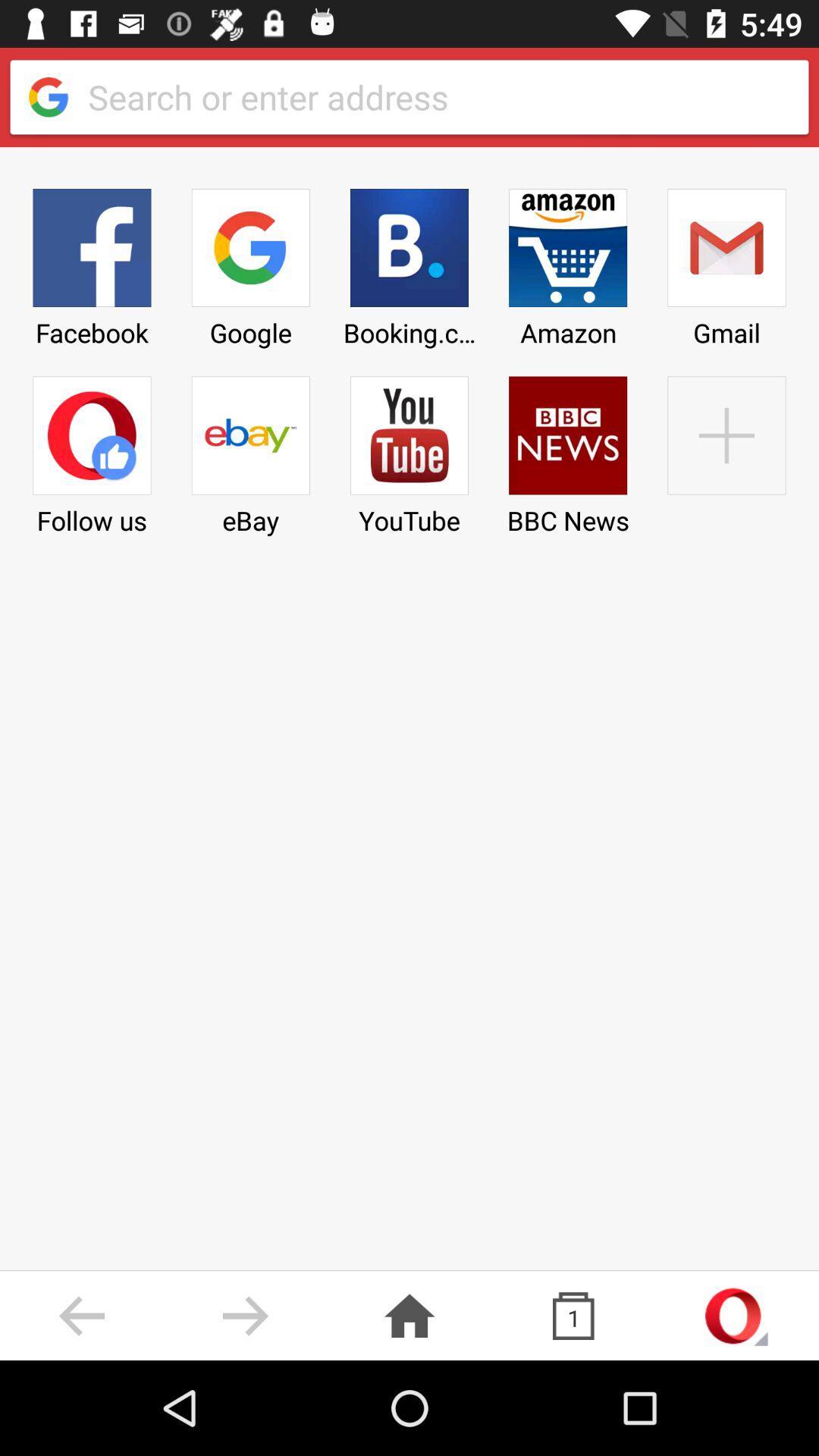  I want to click on the facebook icon, so click(92, 262).